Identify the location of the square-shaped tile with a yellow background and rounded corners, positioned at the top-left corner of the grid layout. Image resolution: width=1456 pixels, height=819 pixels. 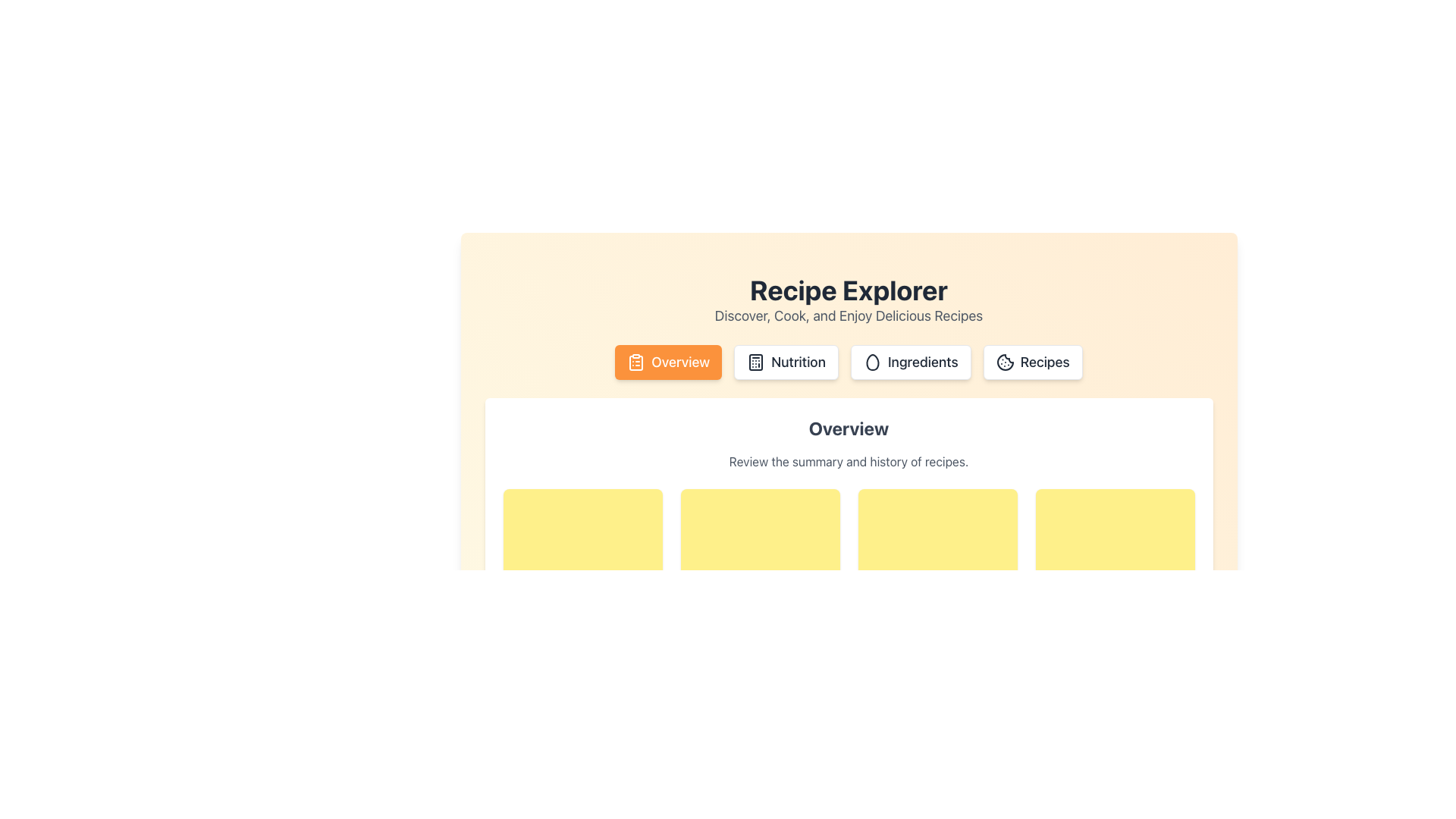
(582, 568).